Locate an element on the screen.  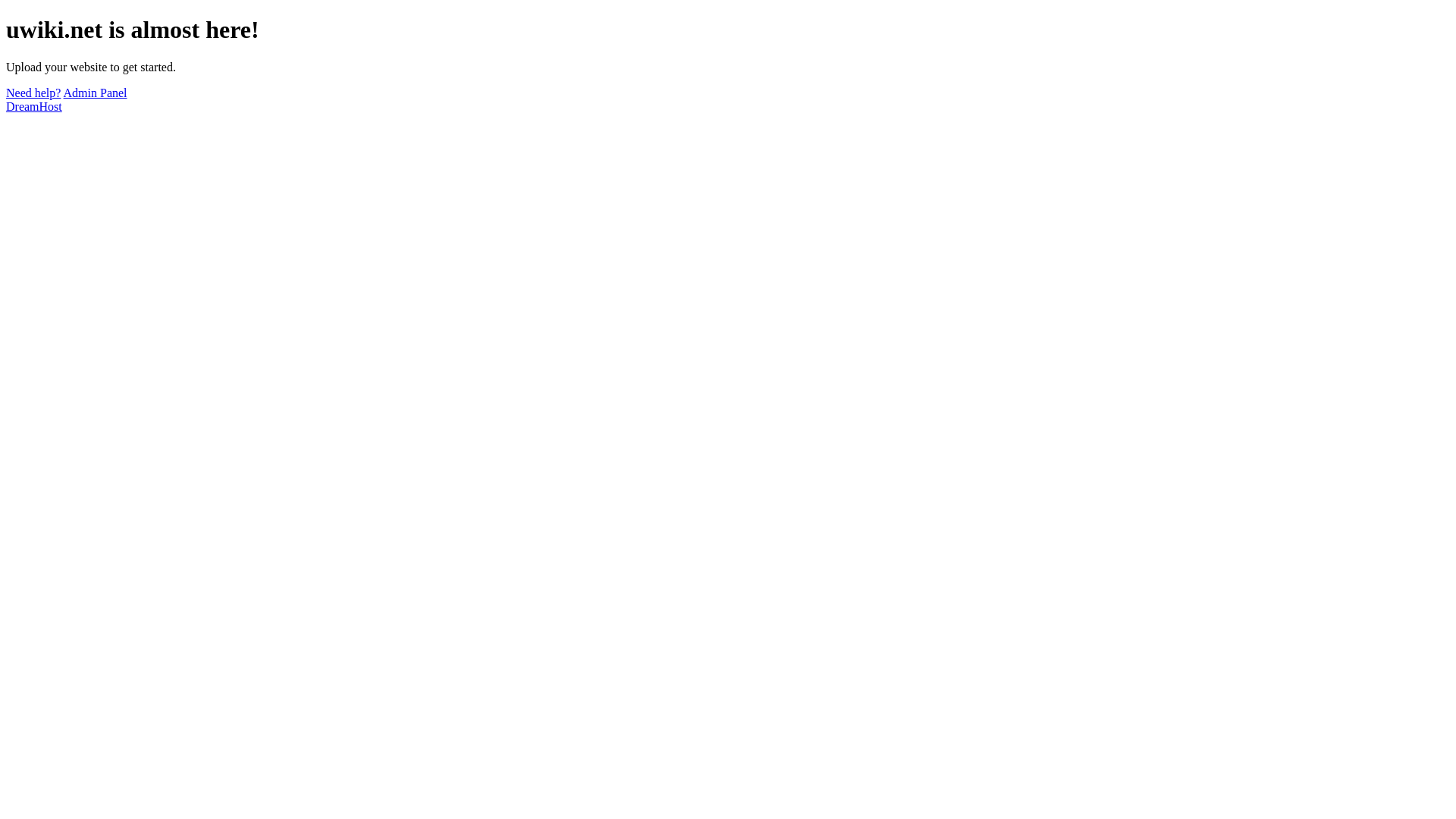
'Need help?' is located at coordinates (33, 93).